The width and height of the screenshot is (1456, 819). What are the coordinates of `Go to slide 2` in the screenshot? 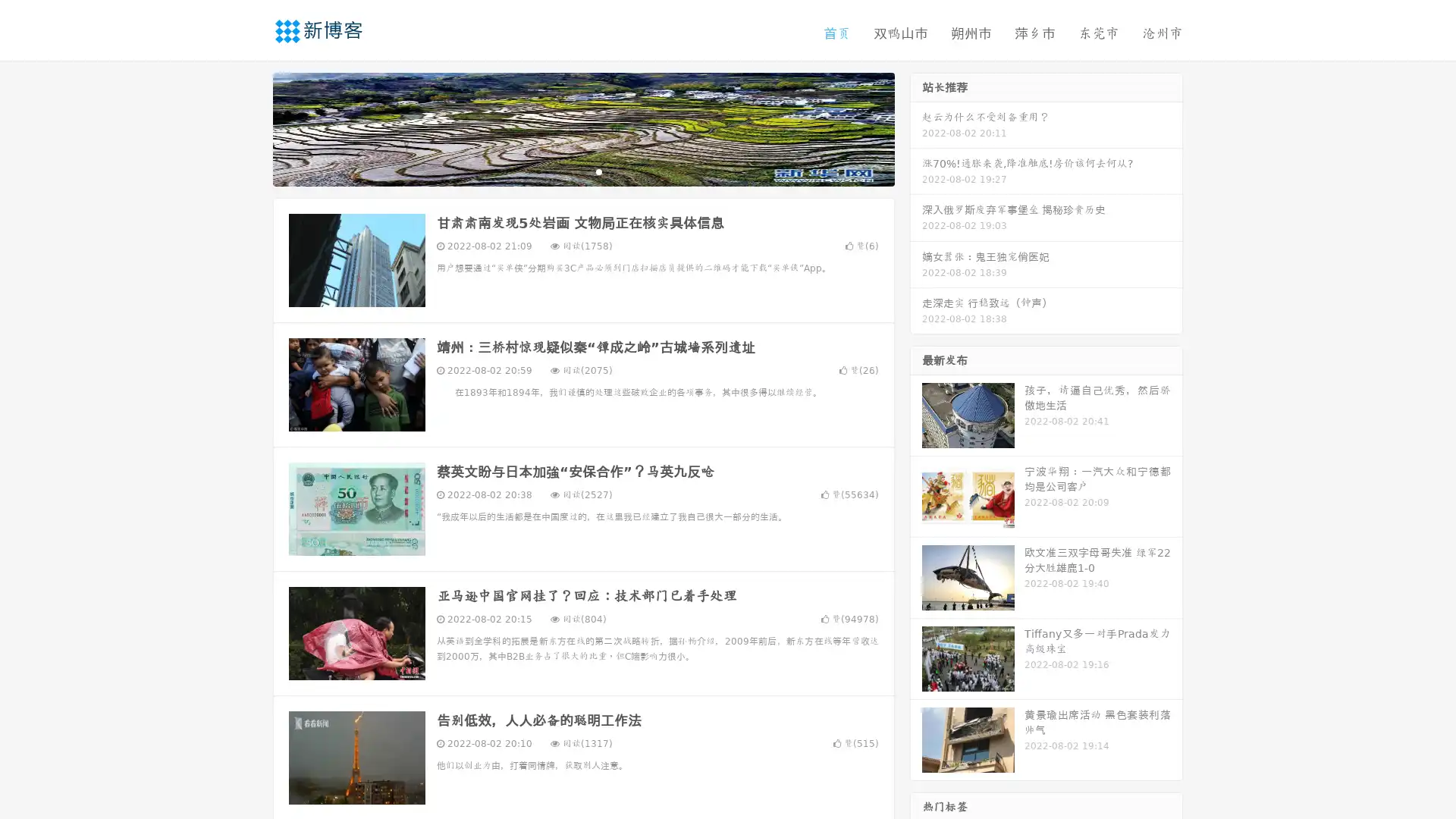 It's located at (582, 171).